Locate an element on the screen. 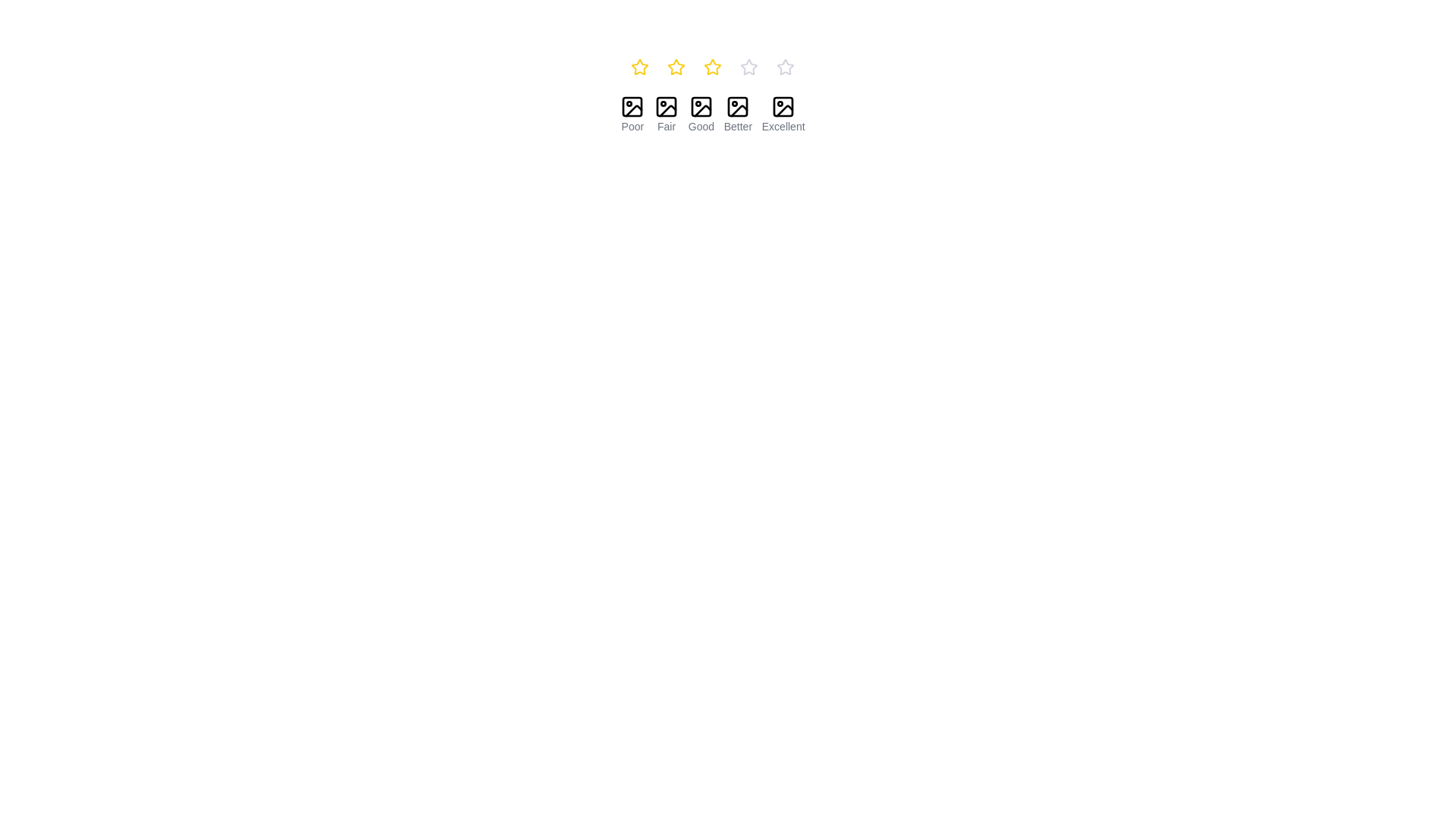 The image size is (1456, 819). the fourth star icon in the rating selection is located at coordinates (749, 66).